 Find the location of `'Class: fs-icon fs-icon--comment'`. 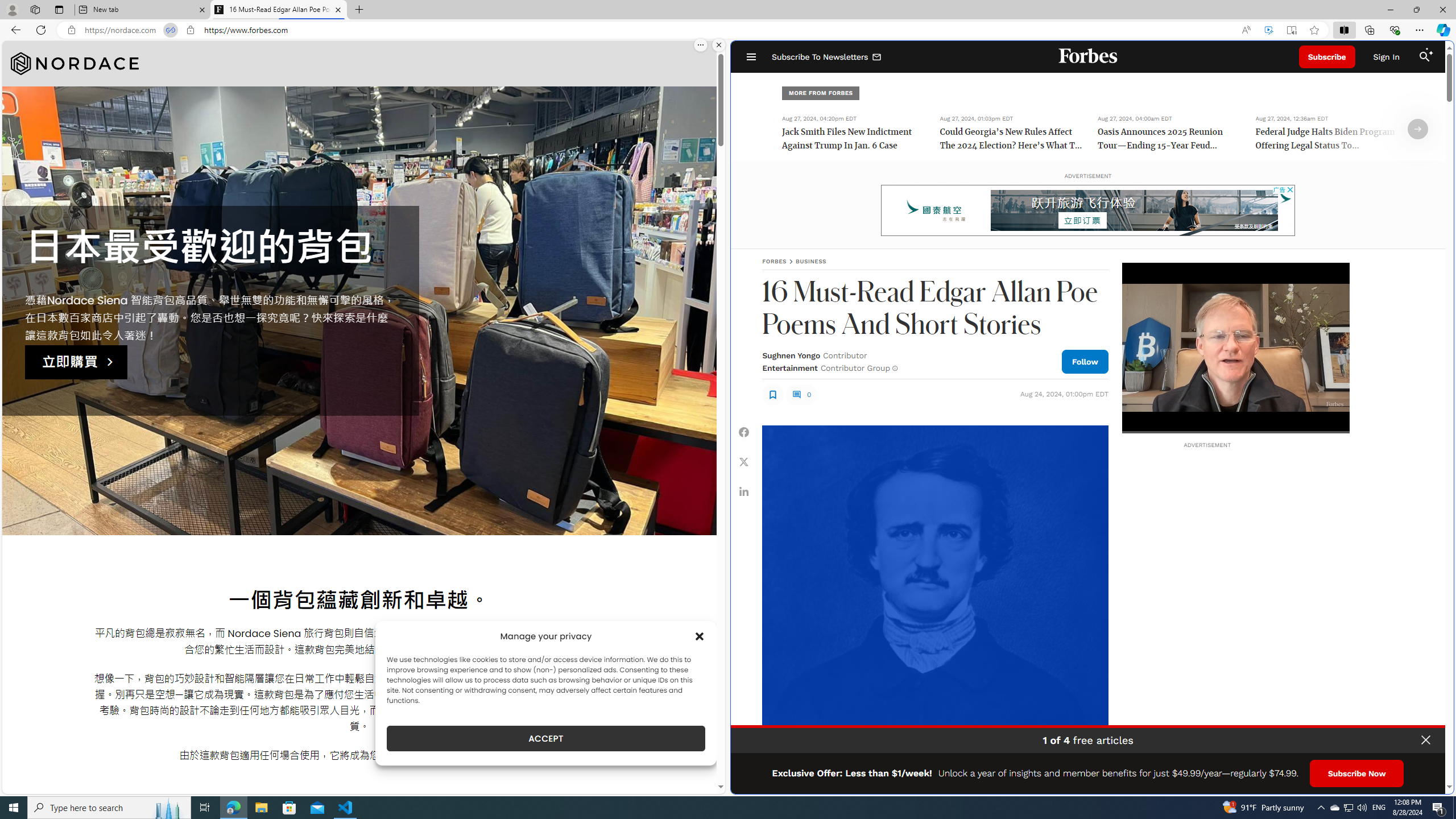

'Class: fs-icon fs-icon--comment' is located at coordinates (796, 394).